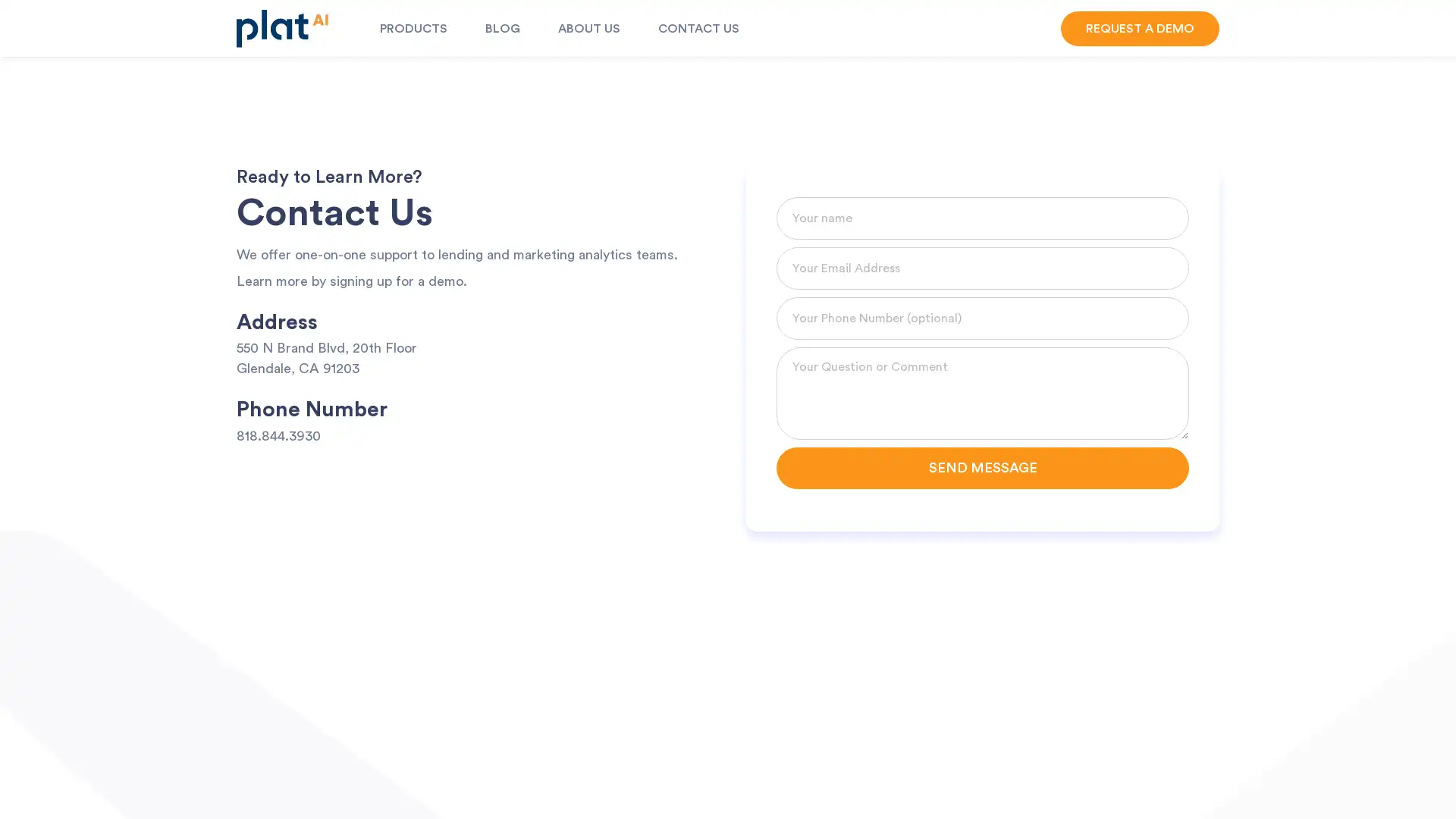 This screenshot has height=819, width=1456. Describe the element at coordinates (983, 467) in the screenshot. I see `Send Message` at that location.